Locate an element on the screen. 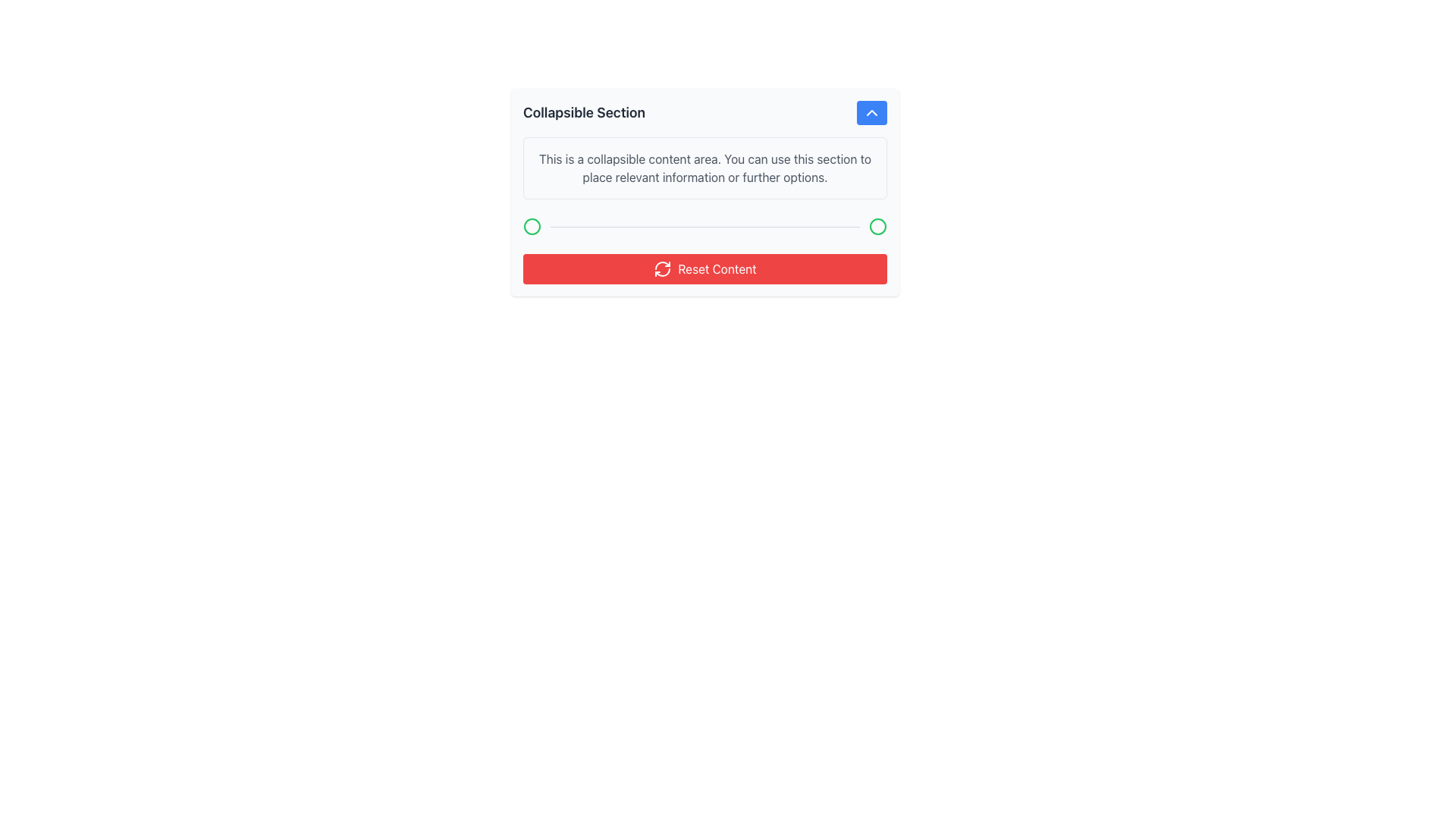  text content from the Informational Text Block, which is centrally located within the 'Collapsible Section' and displays the message: 'This is a collapsible content area. You can use this section to place relevant information or further options.' is located at coordinates (704, 168).